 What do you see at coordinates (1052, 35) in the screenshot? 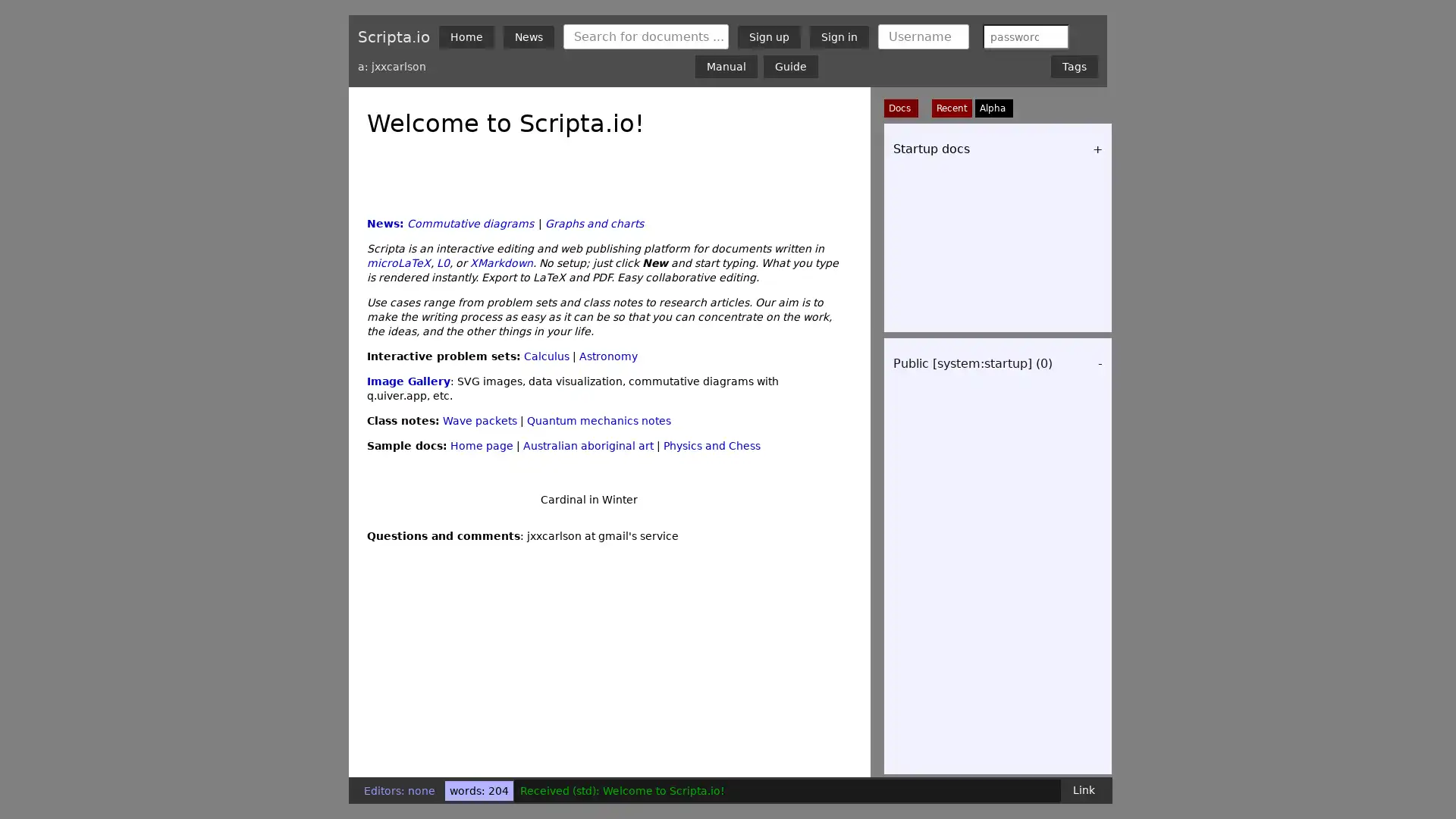
I see `x` at bounding box center [1052, 35].